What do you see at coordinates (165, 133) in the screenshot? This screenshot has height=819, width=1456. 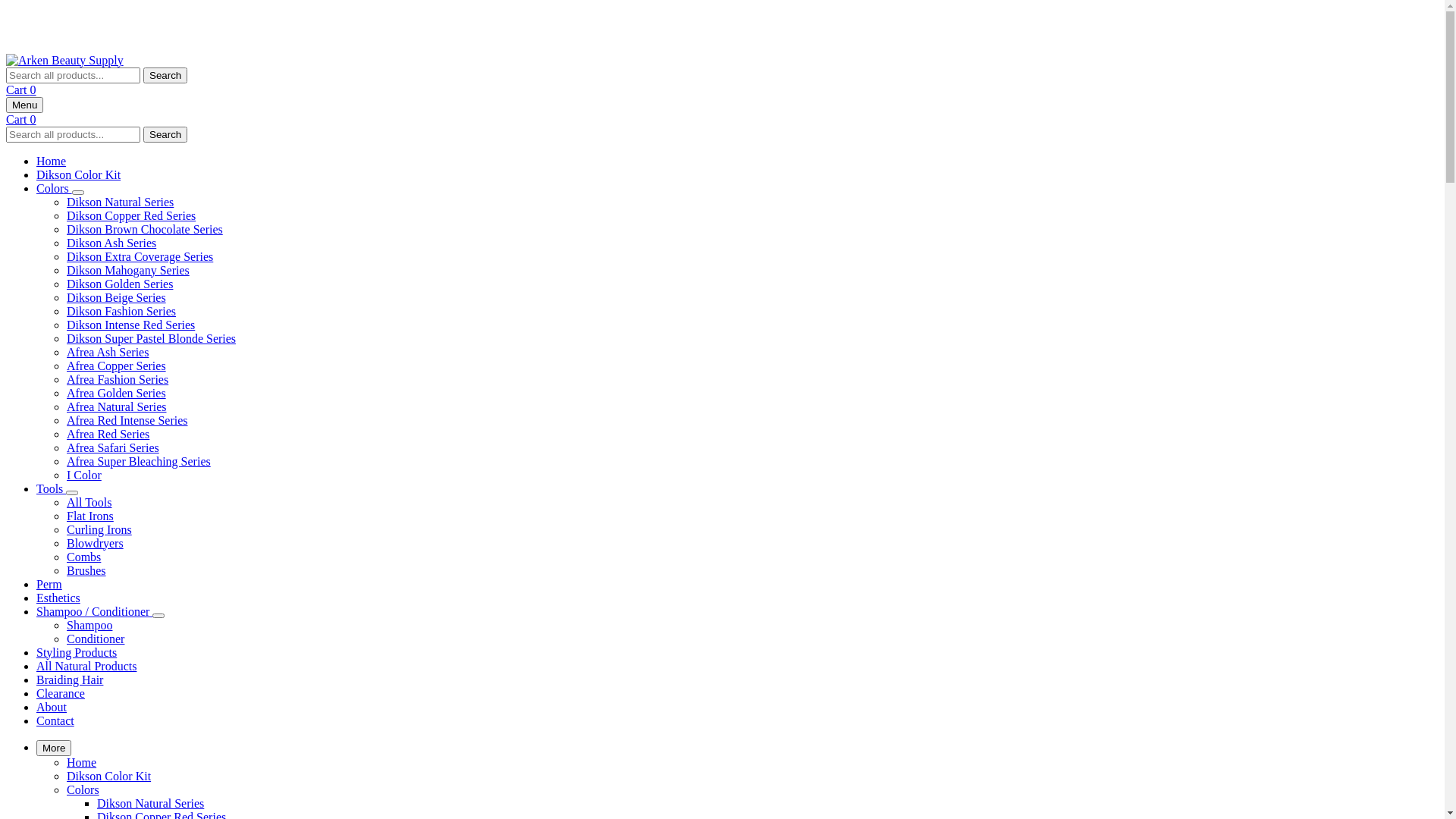 I see `'Search'` at bounding box center [165, 133].